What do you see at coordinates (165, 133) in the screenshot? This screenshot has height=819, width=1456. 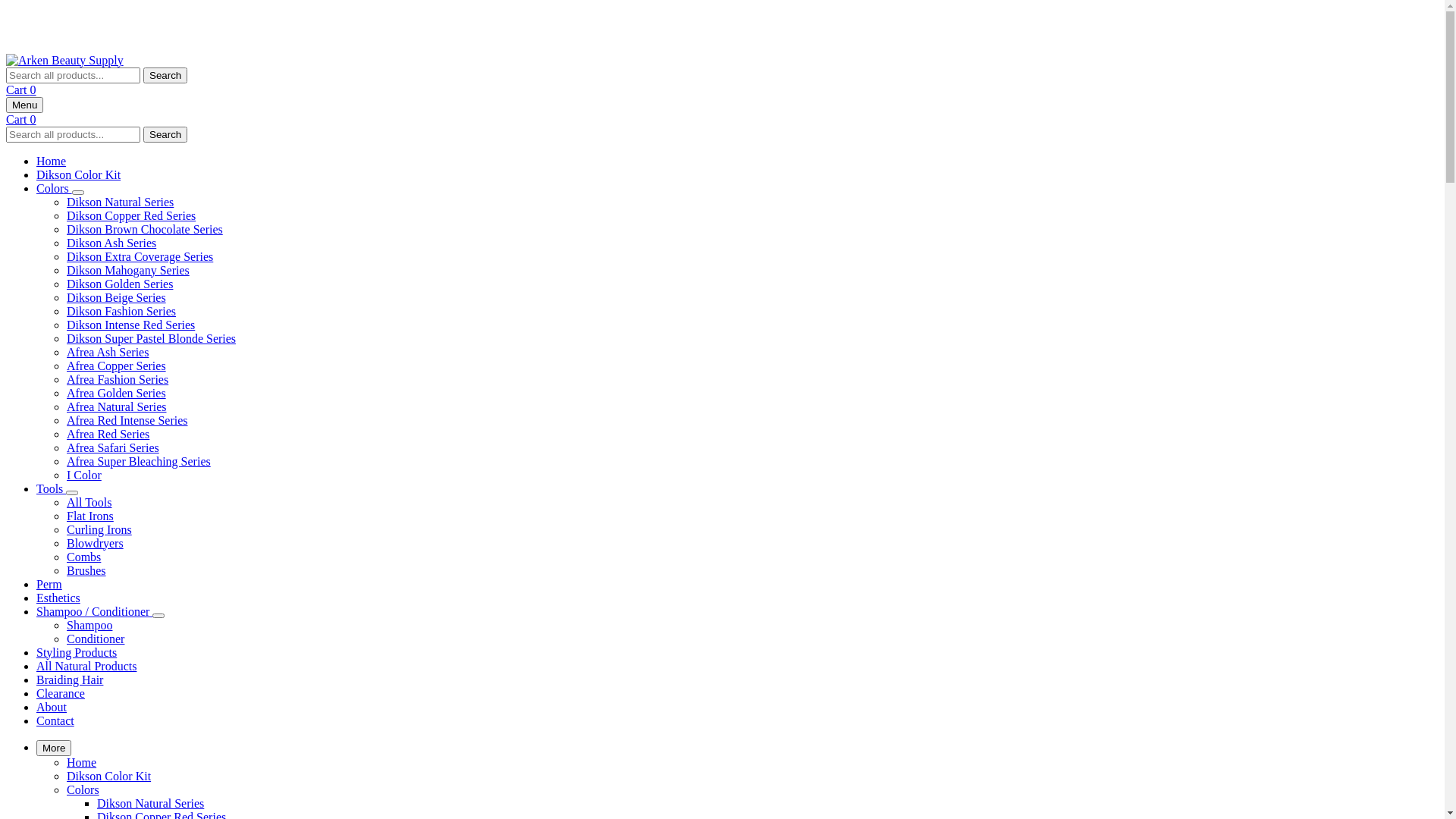 I see `'Search'` at bounding box center [165, 133].